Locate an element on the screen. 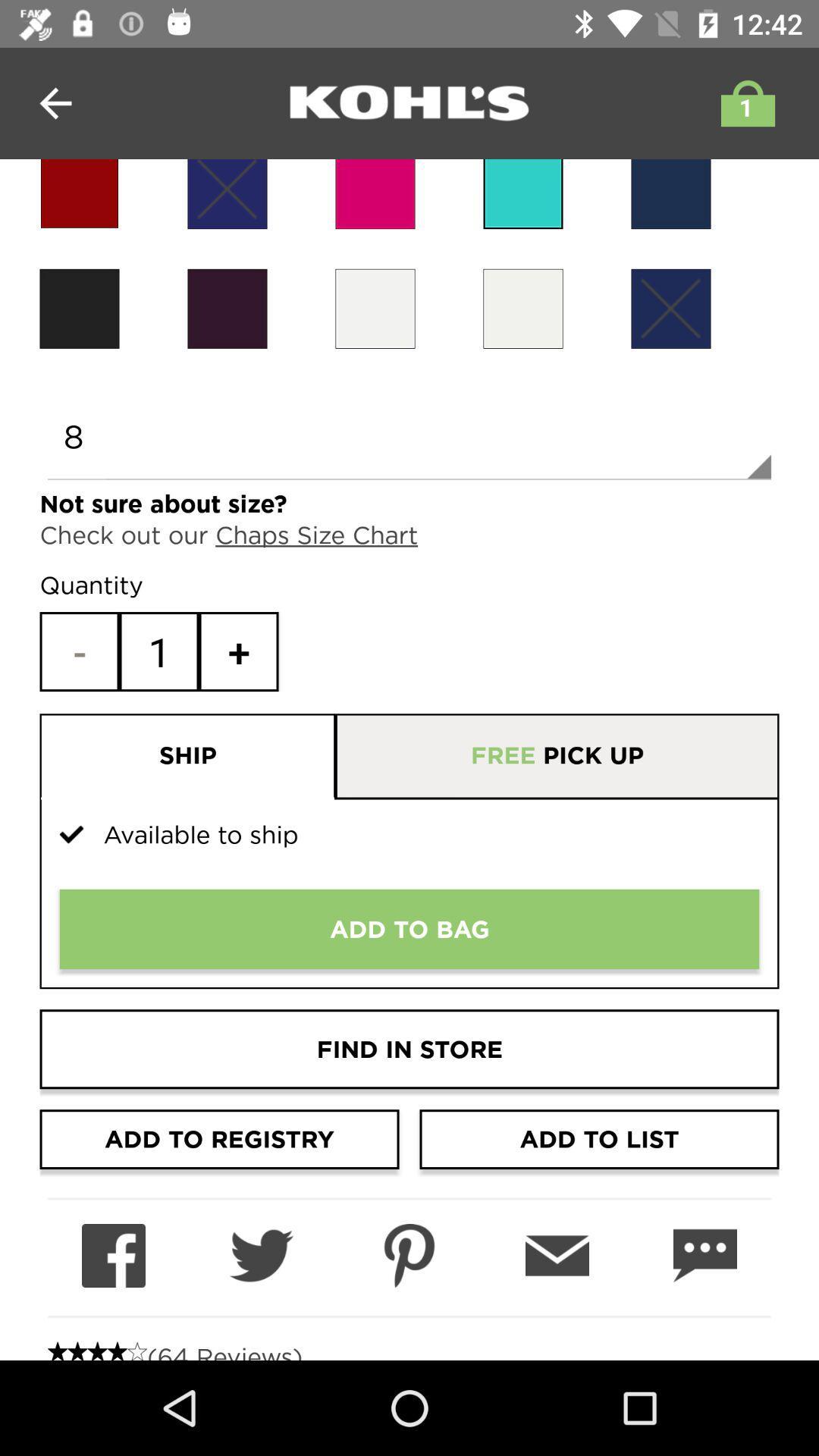 Image resolution: width=819 pixels, height=1456 pixels. black color for item is located at coordinates (227, 308).